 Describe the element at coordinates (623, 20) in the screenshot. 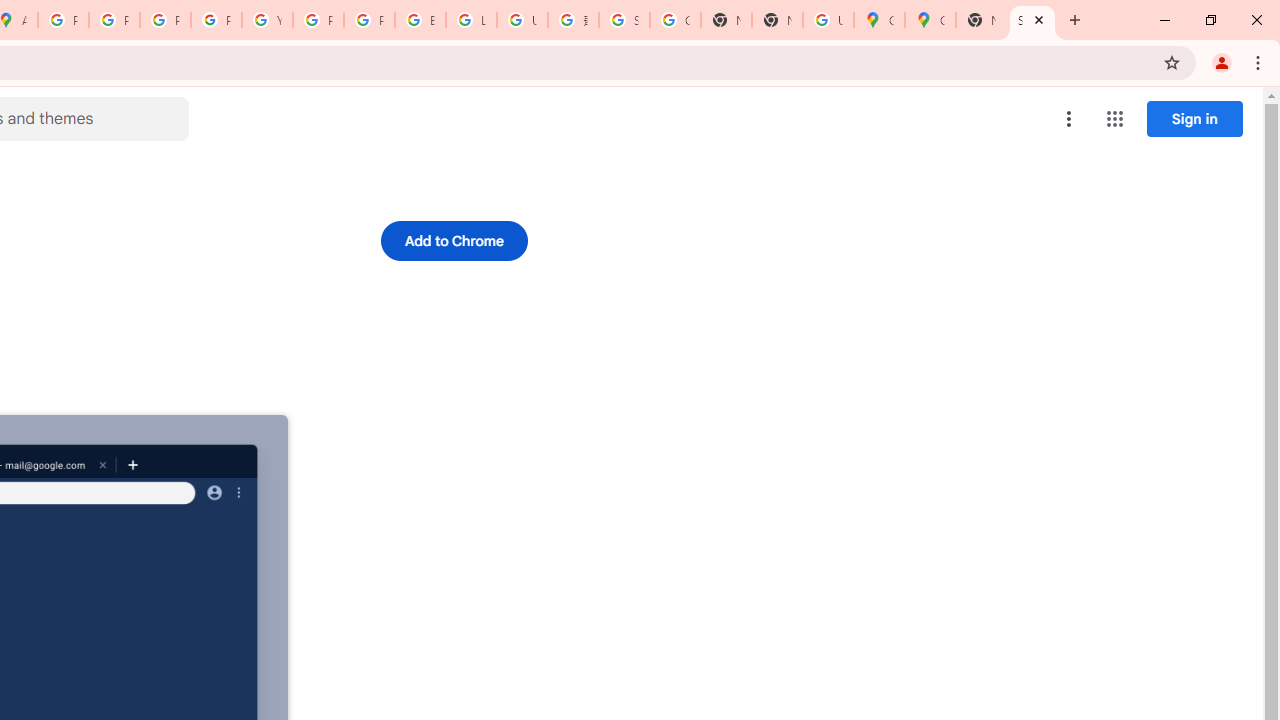

I see `'Sign in - Google Accounts'` at that location.